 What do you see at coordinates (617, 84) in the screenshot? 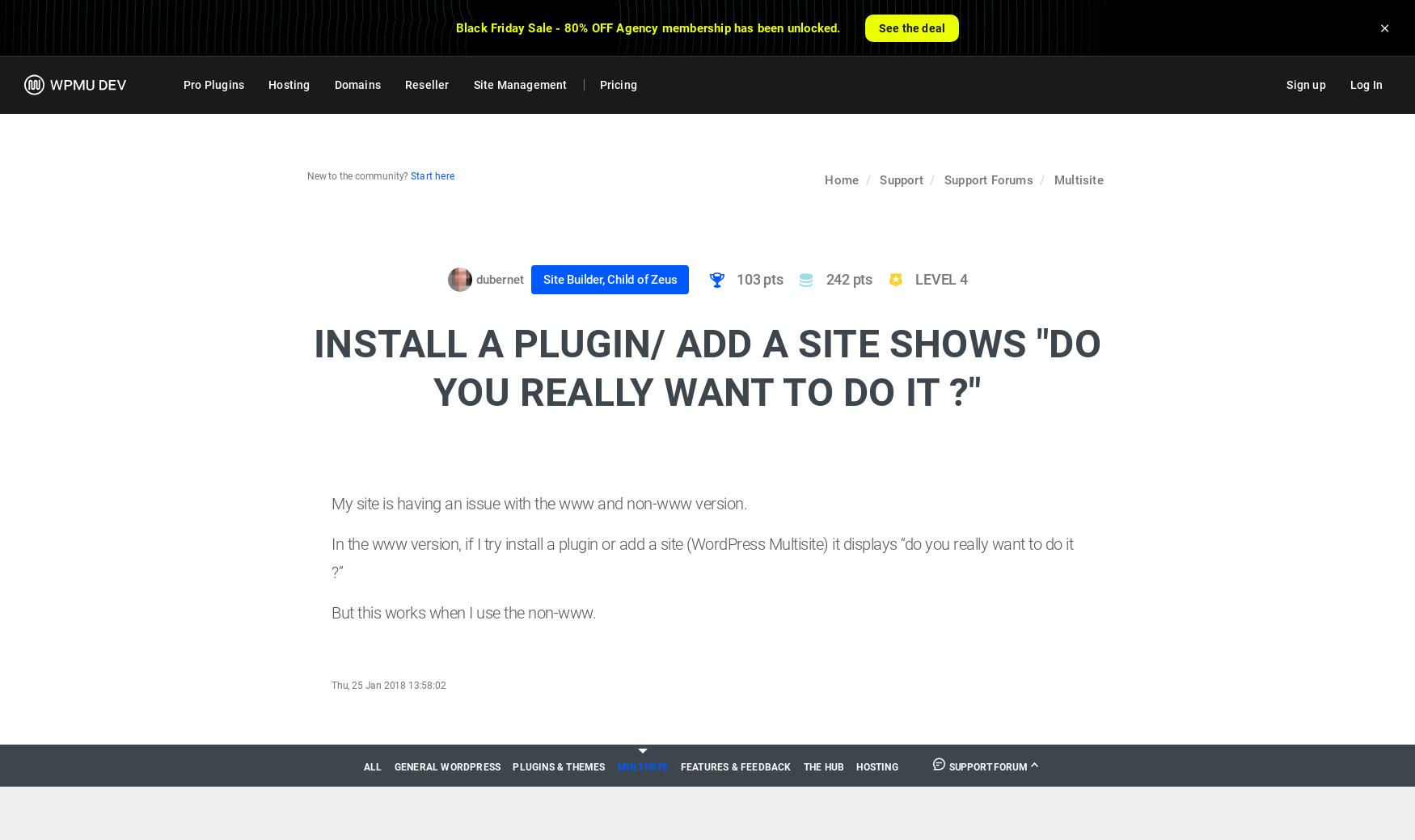
I see `'Pricing'` at bounding box center [617, 84].